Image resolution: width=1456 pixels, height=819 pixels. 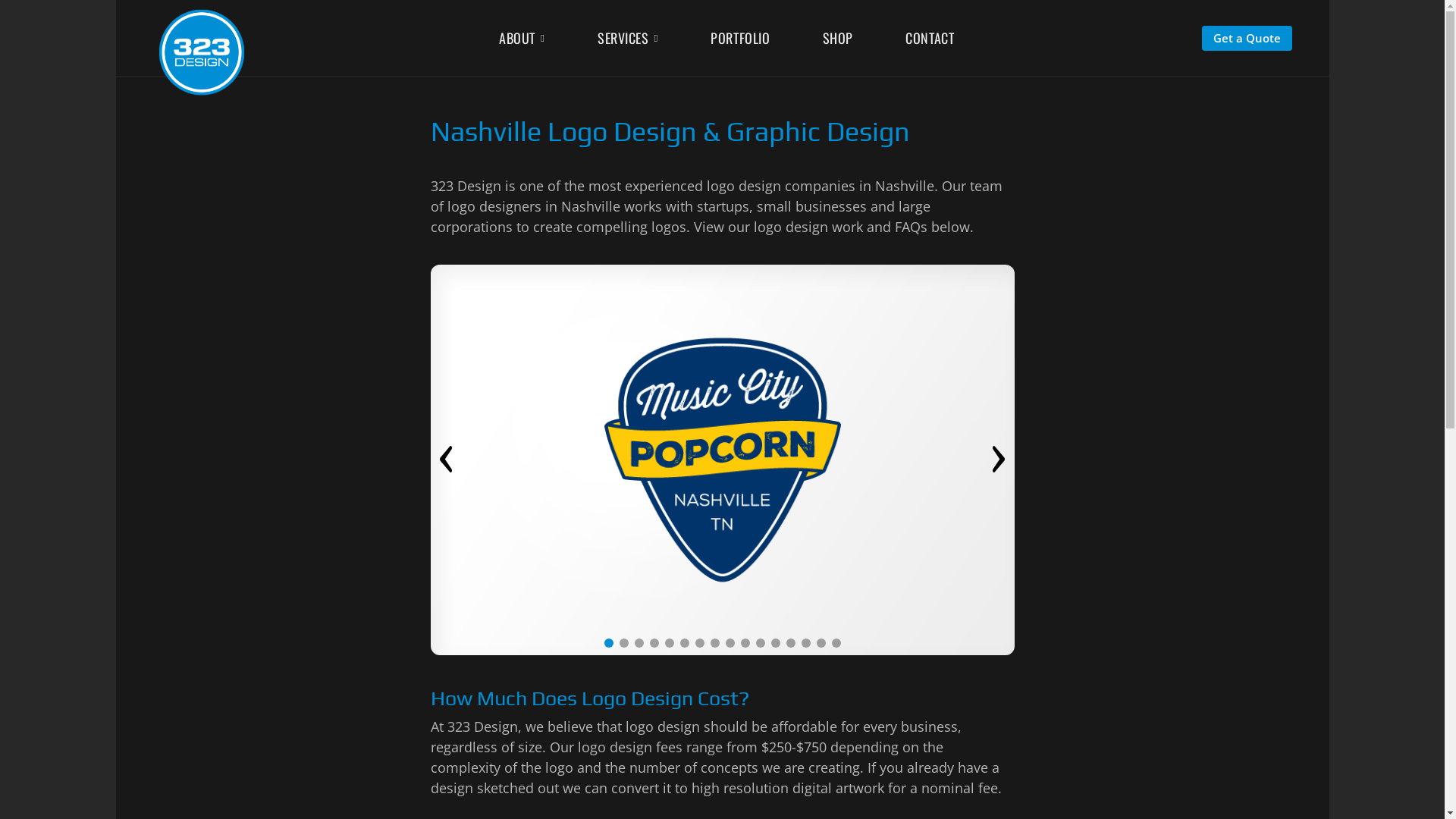 What do you see at coordinates (1247, 35) in the screenshot?
I see `'Get a Quote'` at bounding box center [1247, 35].